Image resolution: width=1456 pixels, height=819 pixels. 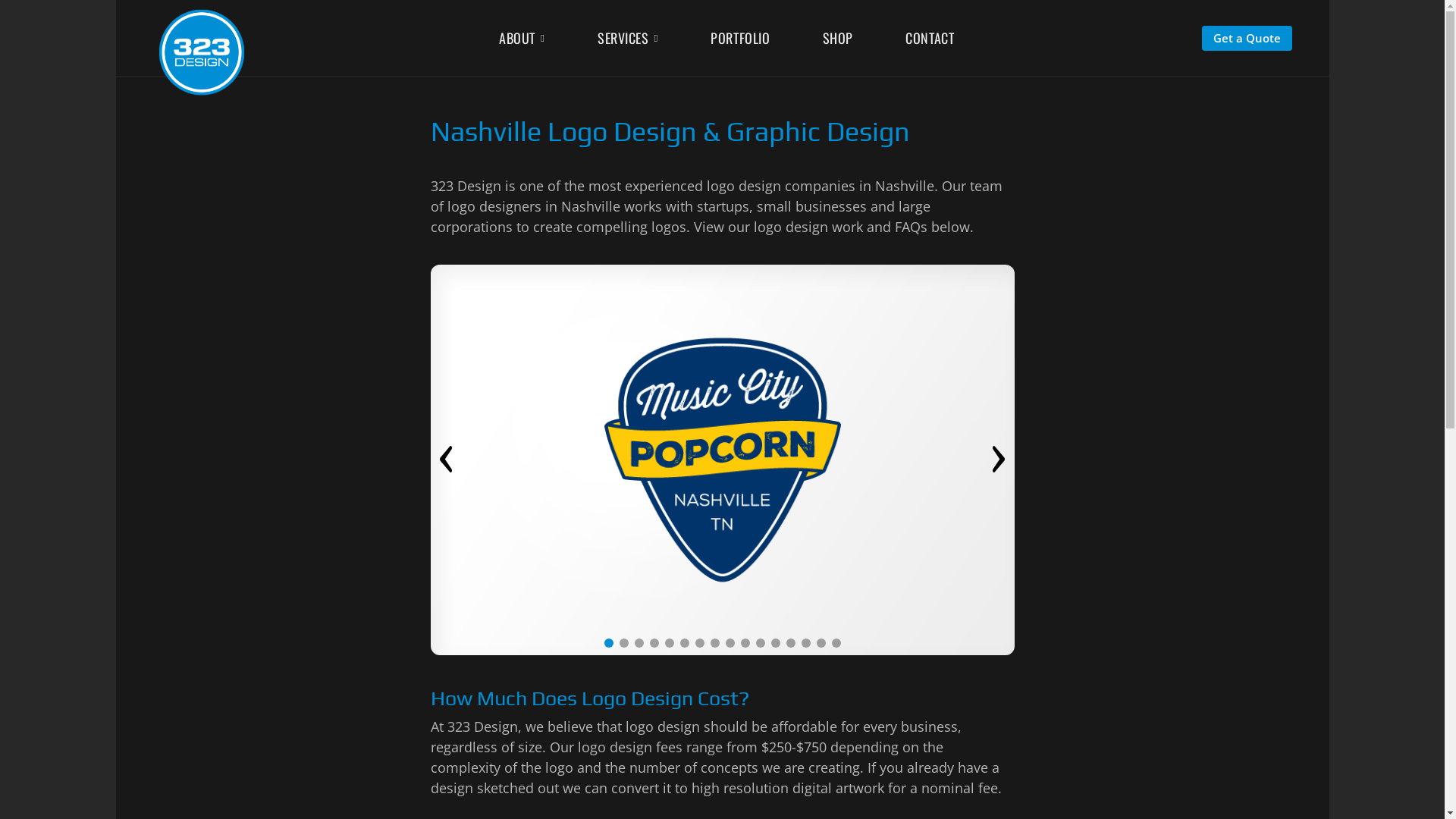 What do you see at coordinates (1247, 35) in the screenshot?
I see `'Get a Quote'` at bounding box center [1247, 35].